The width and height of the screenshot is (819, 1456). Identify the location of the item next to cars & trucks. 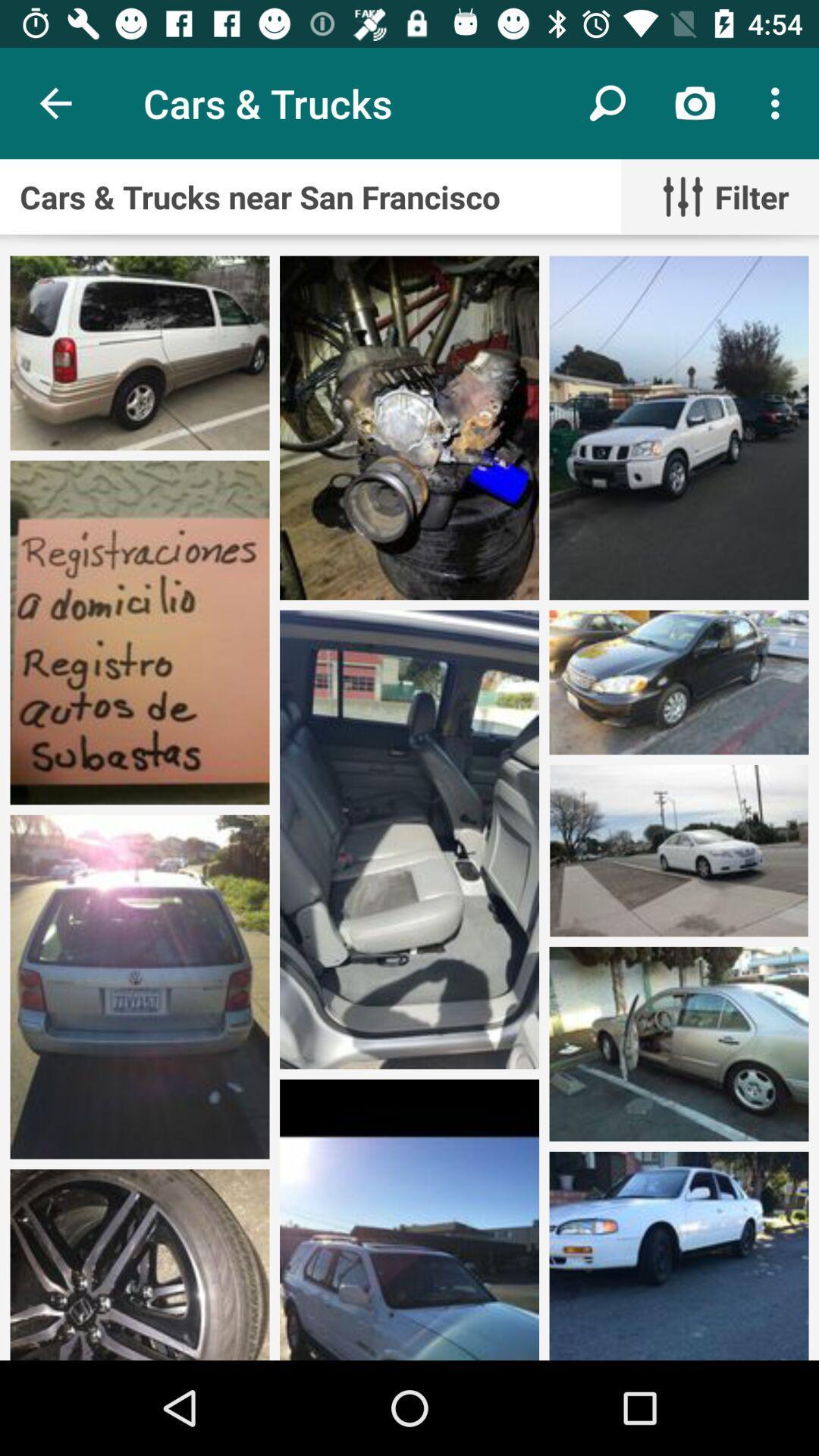
(607, 102).